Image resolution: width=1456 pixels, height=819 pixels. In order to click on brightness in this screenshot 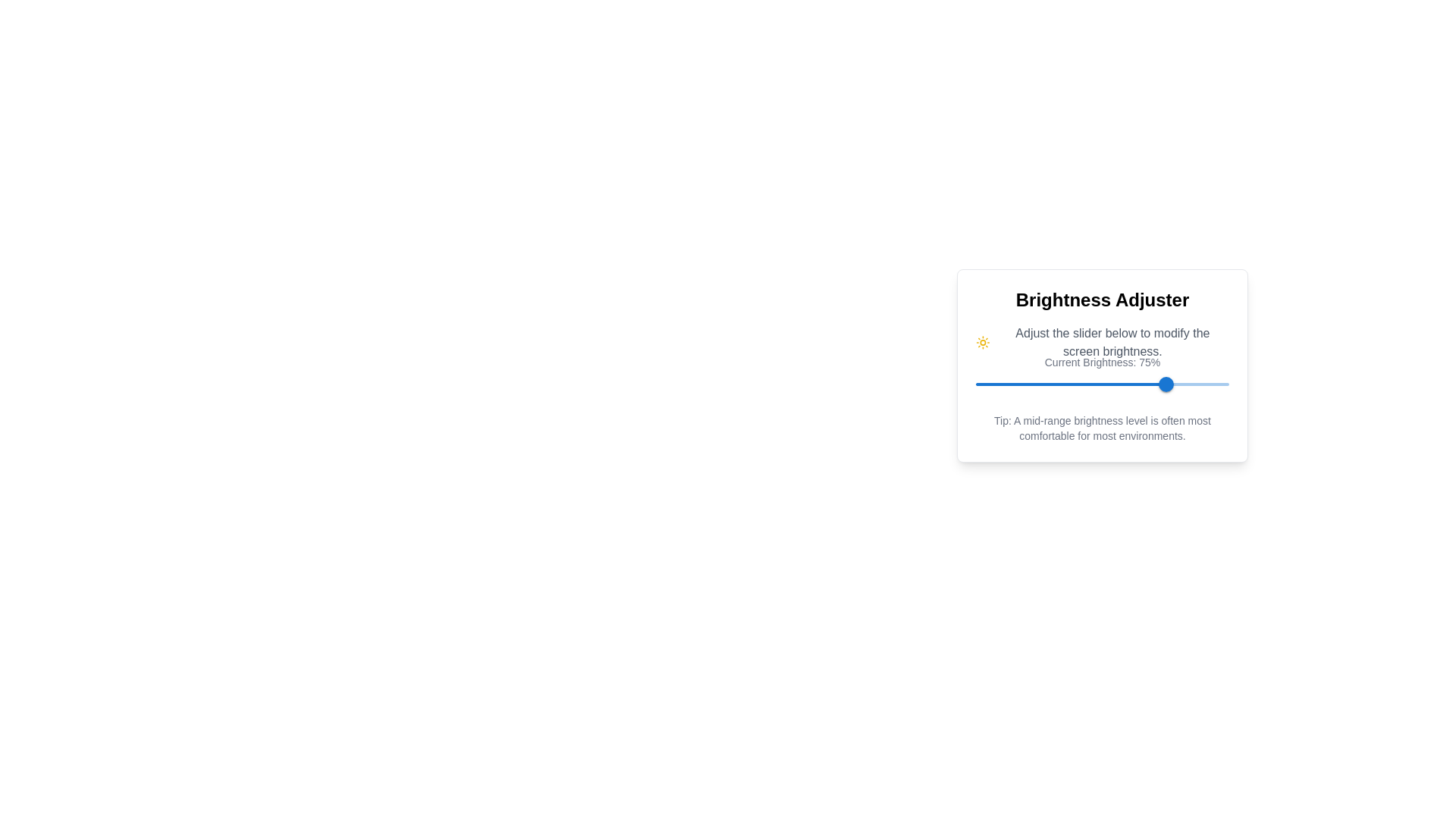, I will do `click(1210, 383)`.